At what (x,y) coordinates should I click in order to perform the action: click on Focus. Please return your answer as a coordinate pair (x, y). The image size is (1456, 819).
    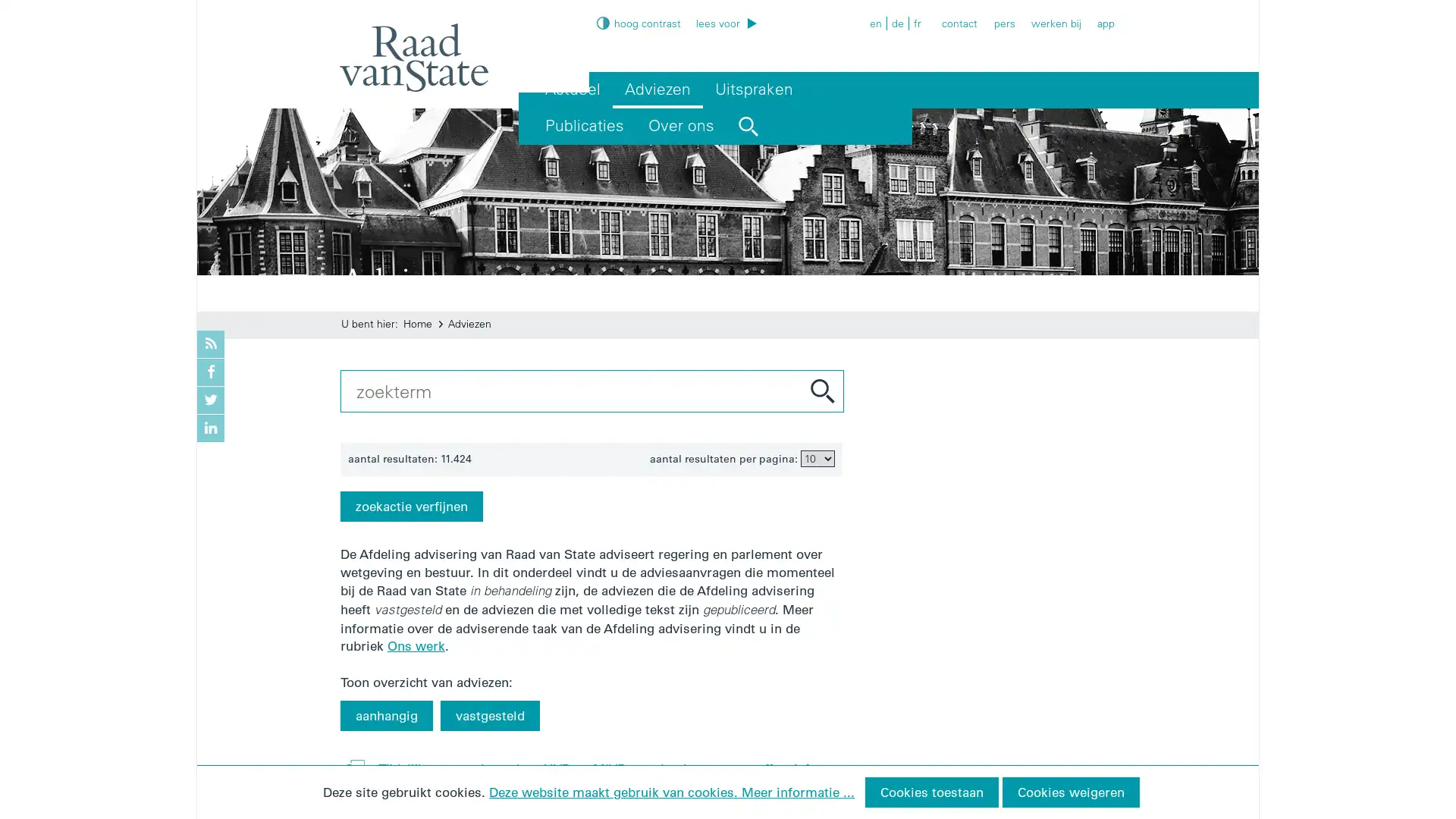
    Looking at the image, I should click on (763, 11).